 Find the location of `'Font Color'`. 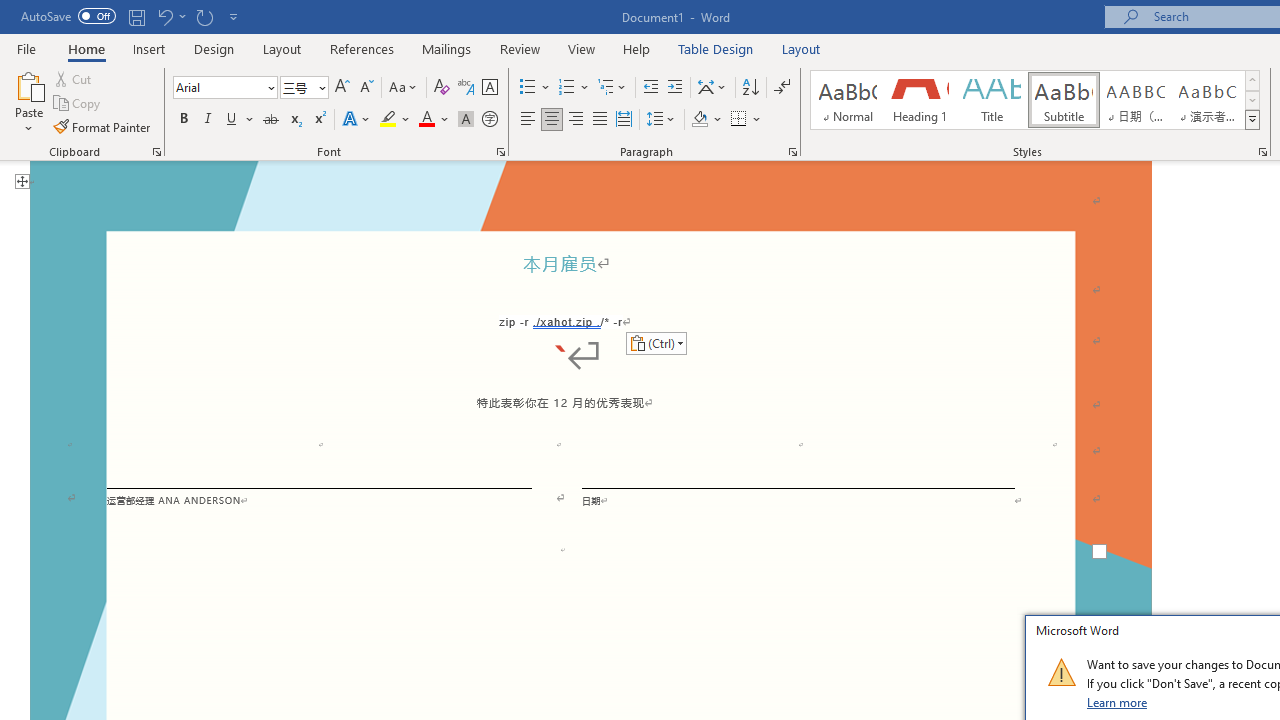

'Font Color' is located at coordinates (433, 119).